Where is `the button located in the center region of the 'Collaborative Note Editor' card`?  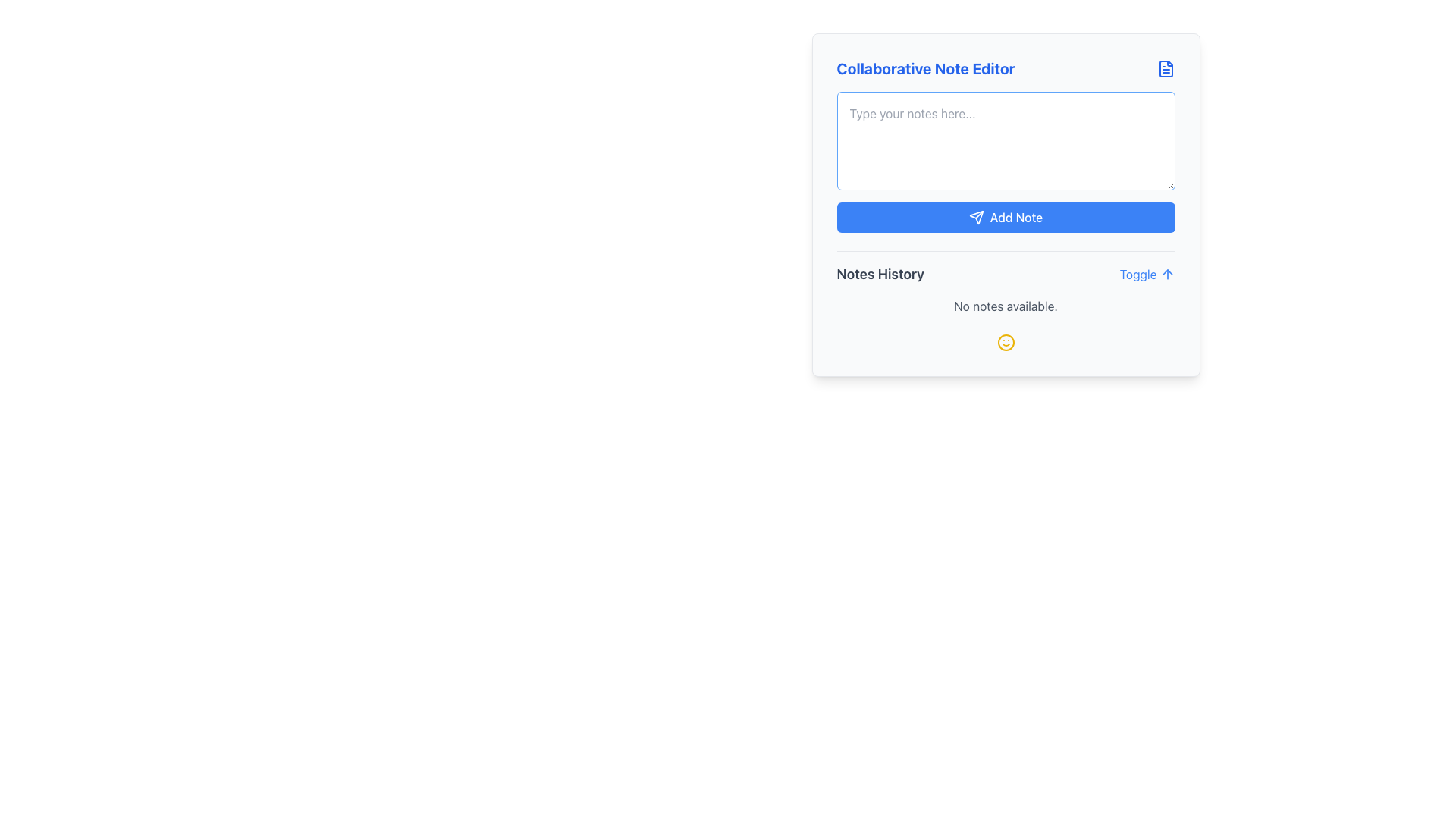
the button located in the center region of the 'Collaborative Note Editor' card is located at coordinates (1006, 217).